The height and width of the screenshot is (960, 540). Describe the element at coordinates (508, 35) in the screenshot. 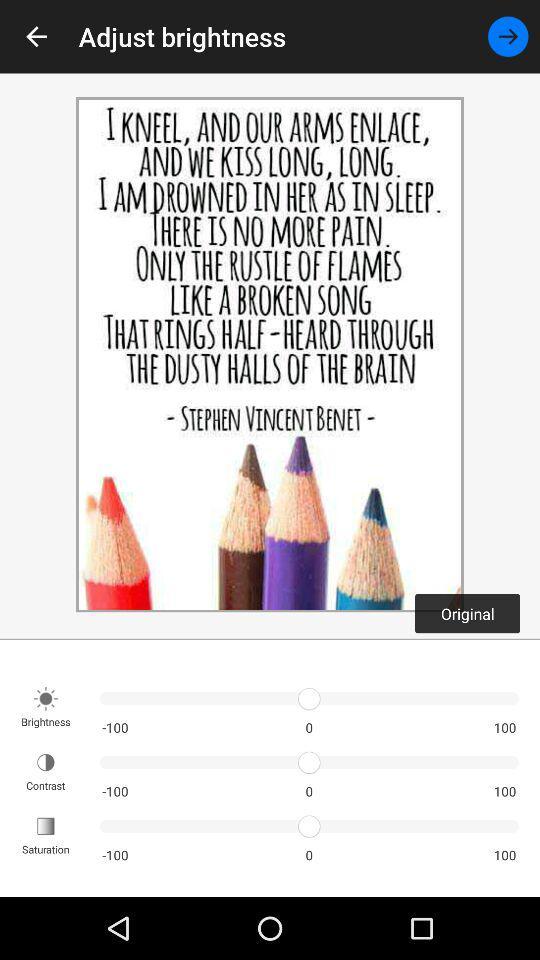

I see `the item at the top right corner` at that location.